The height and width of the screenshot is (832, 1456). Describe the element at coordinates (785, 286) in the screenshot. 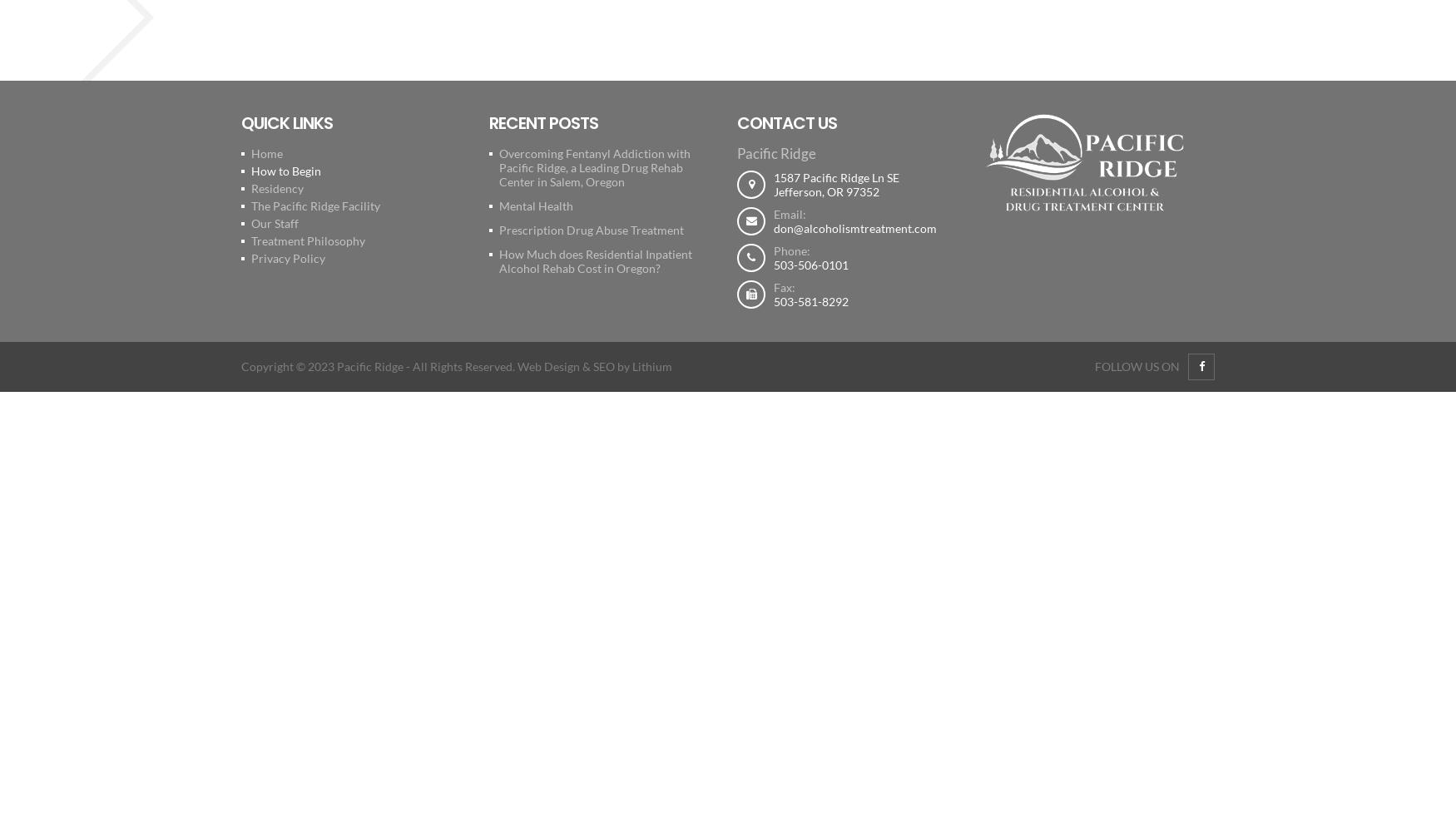

I see `'Fax:'` at that location.